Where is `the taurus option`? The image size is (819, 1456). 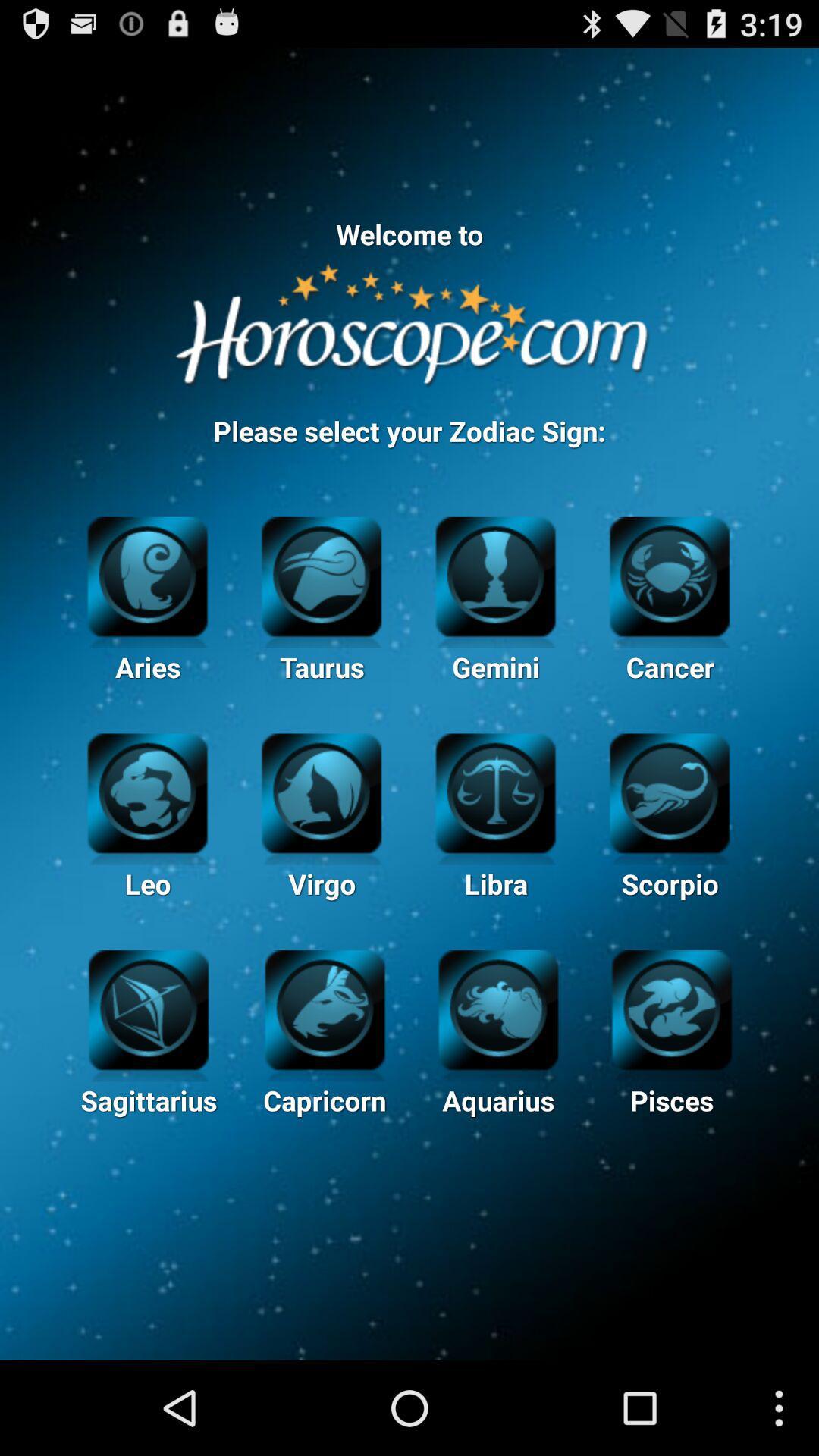 the taurus option is located at coordinates (321, 573).